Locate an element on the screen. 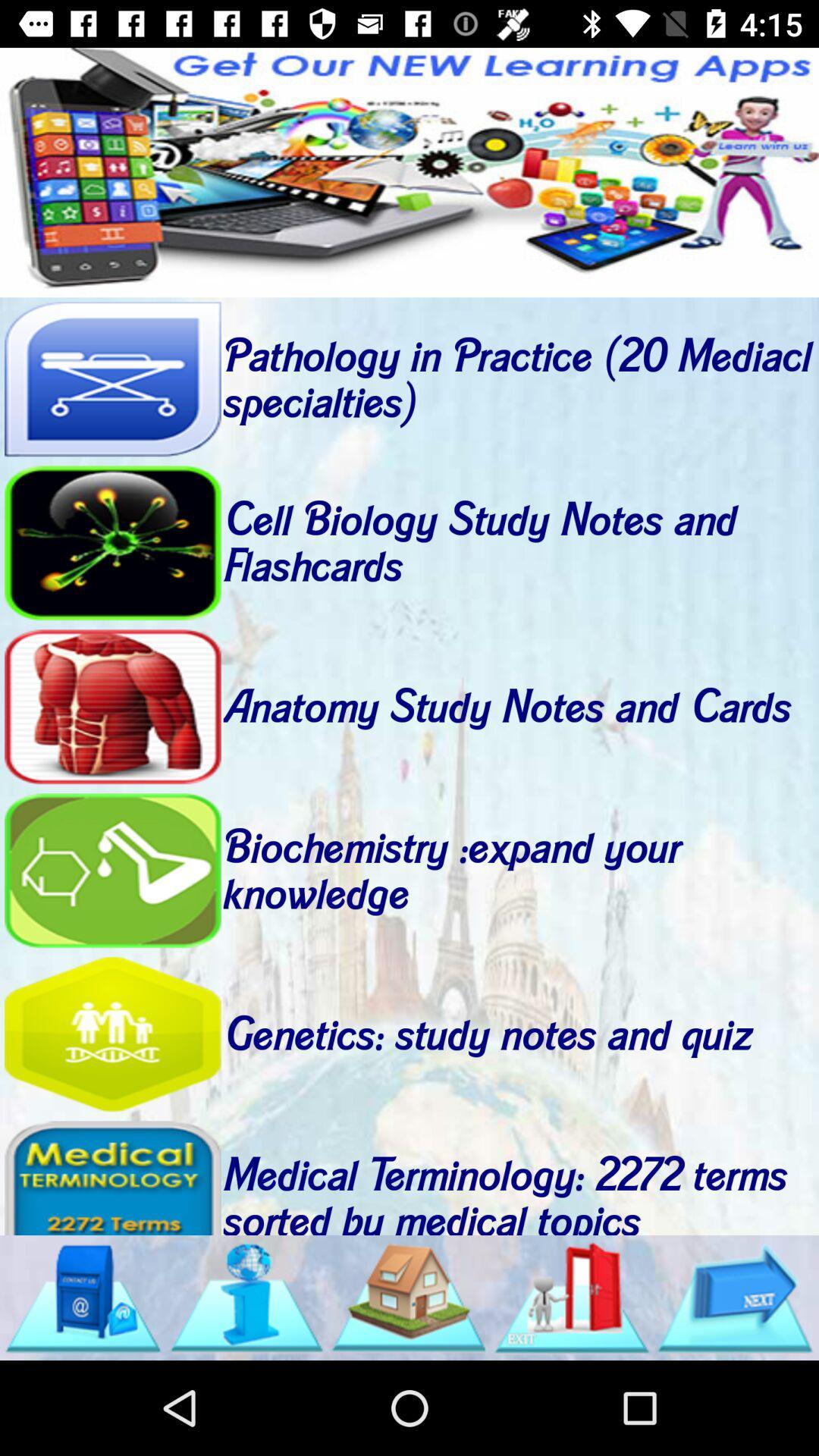  visit the item is located at coordinates (111, 1034).